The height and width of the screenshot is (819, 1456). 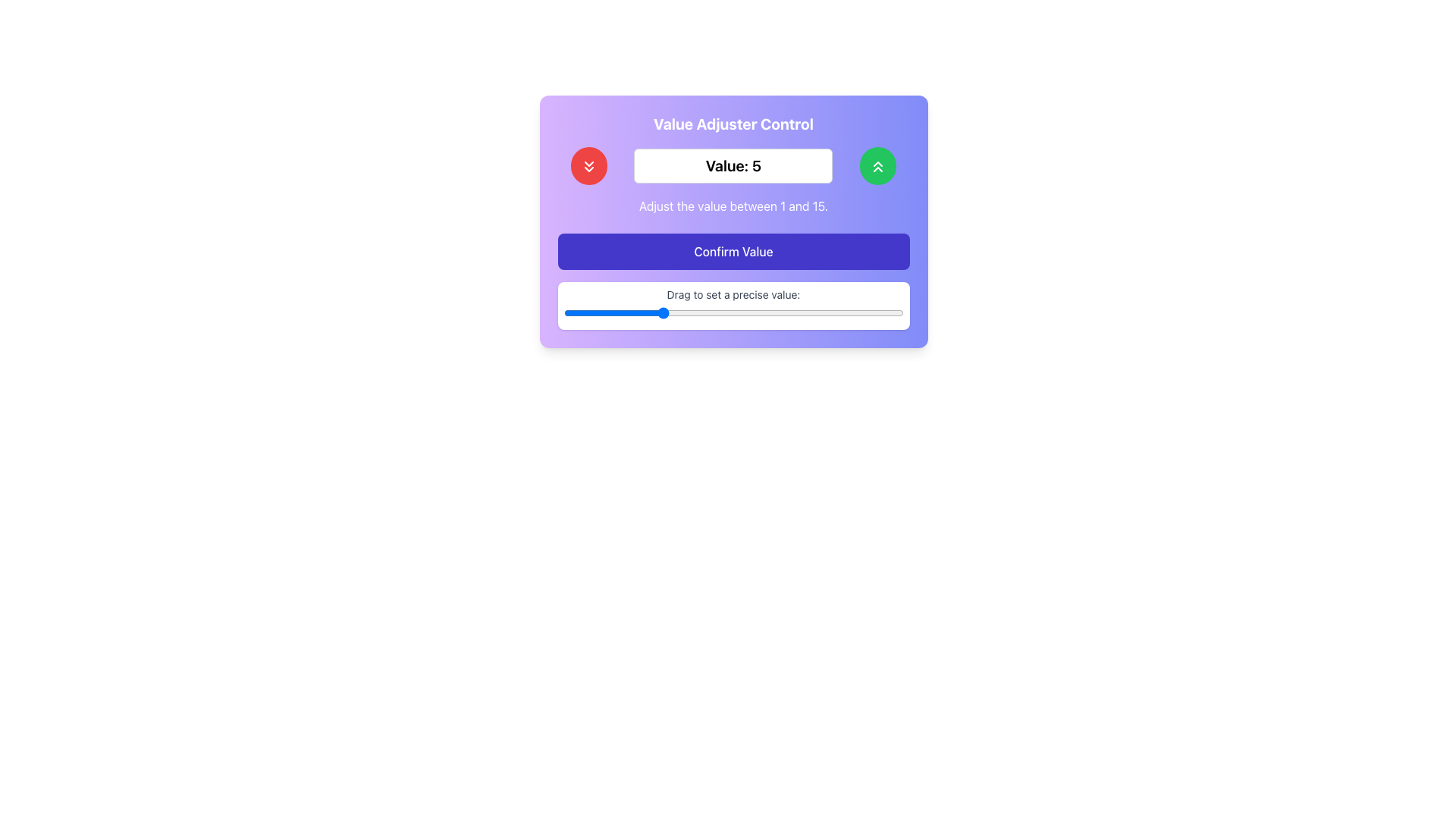 What do you see at coordinates (684, 312) in the screenshot?
I see `the slider value` at bounding box center [684, 312].